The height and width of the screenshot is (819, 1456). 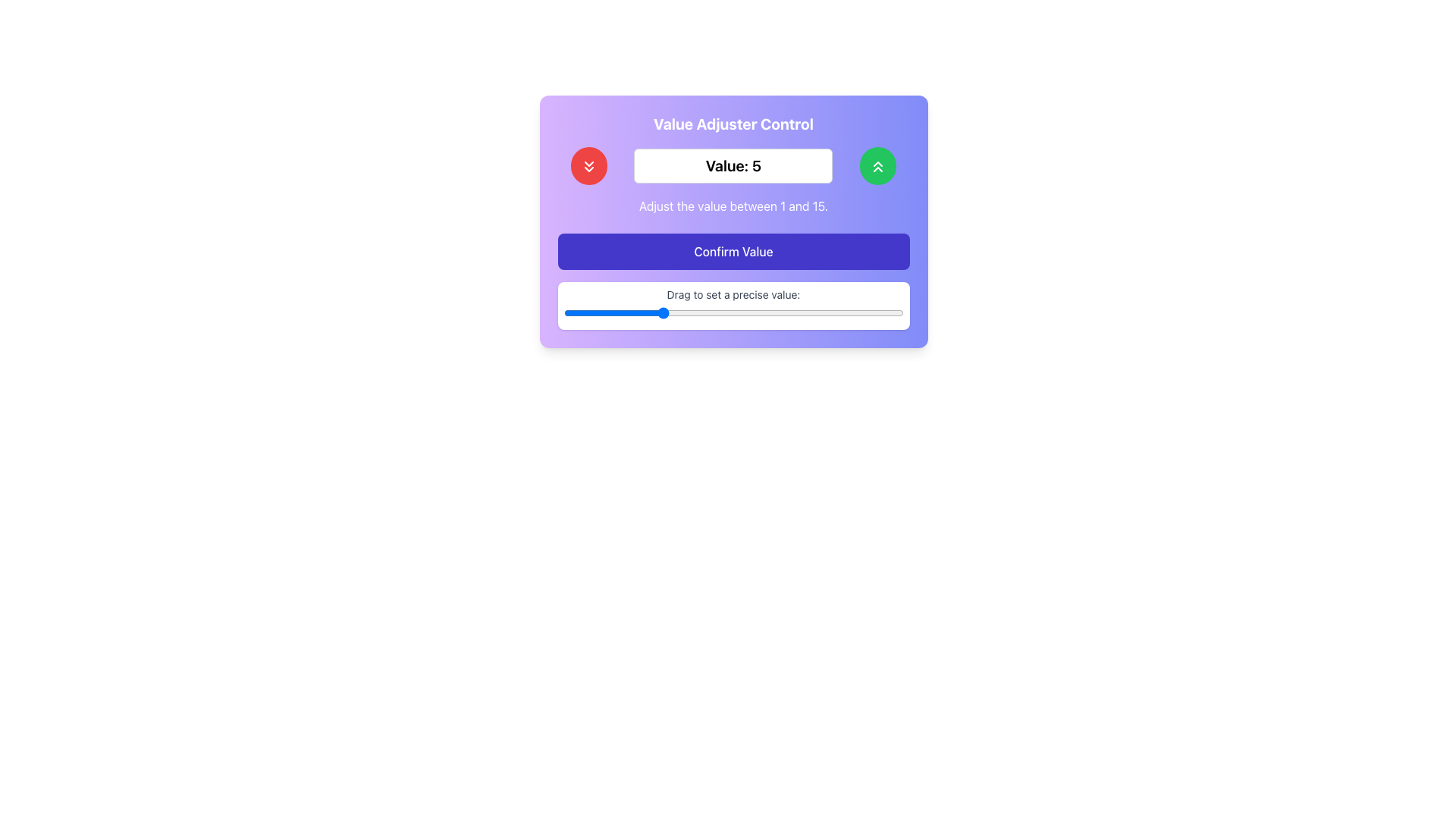 What do you see at coordinates (684, 312) in the screenshot?
I see `the slider value` at bounding box center [684, 312].